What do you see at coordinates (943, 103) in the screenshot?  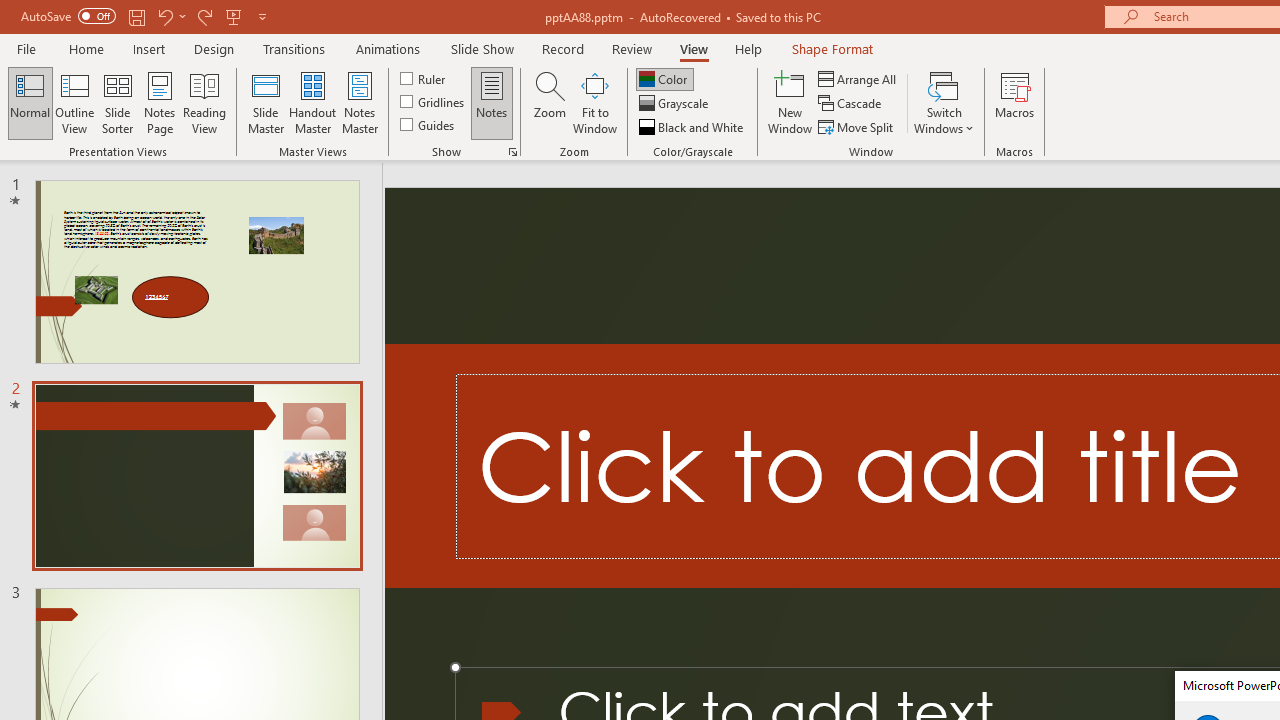 I see `'Switch Windows'` at bounding box center [943, 103].